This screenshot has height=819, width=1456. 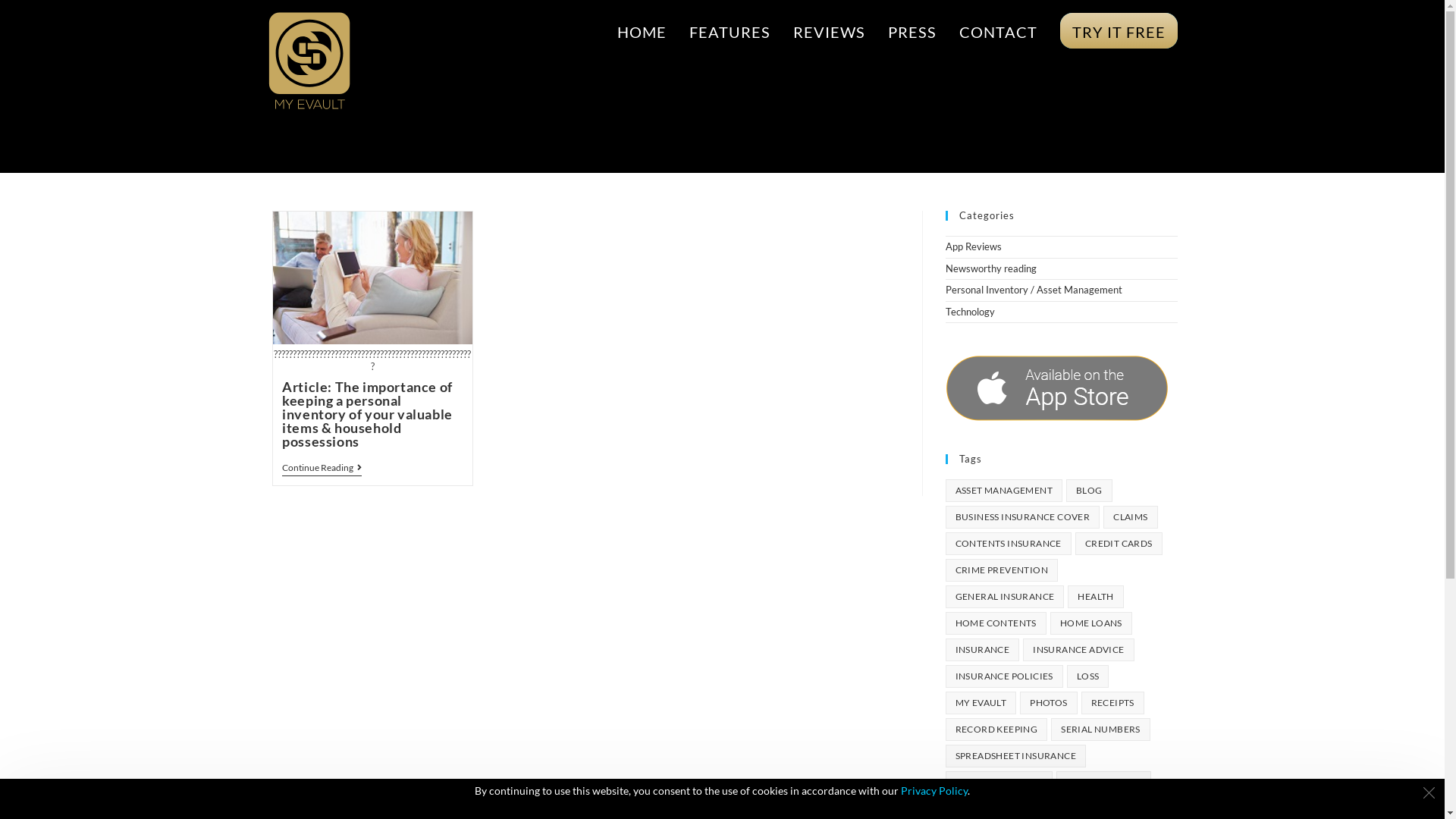 What do you see at coordinates (980, 702) in the screenshot?
I see `'MY EVAULT'` at bounding box center [980, 702].